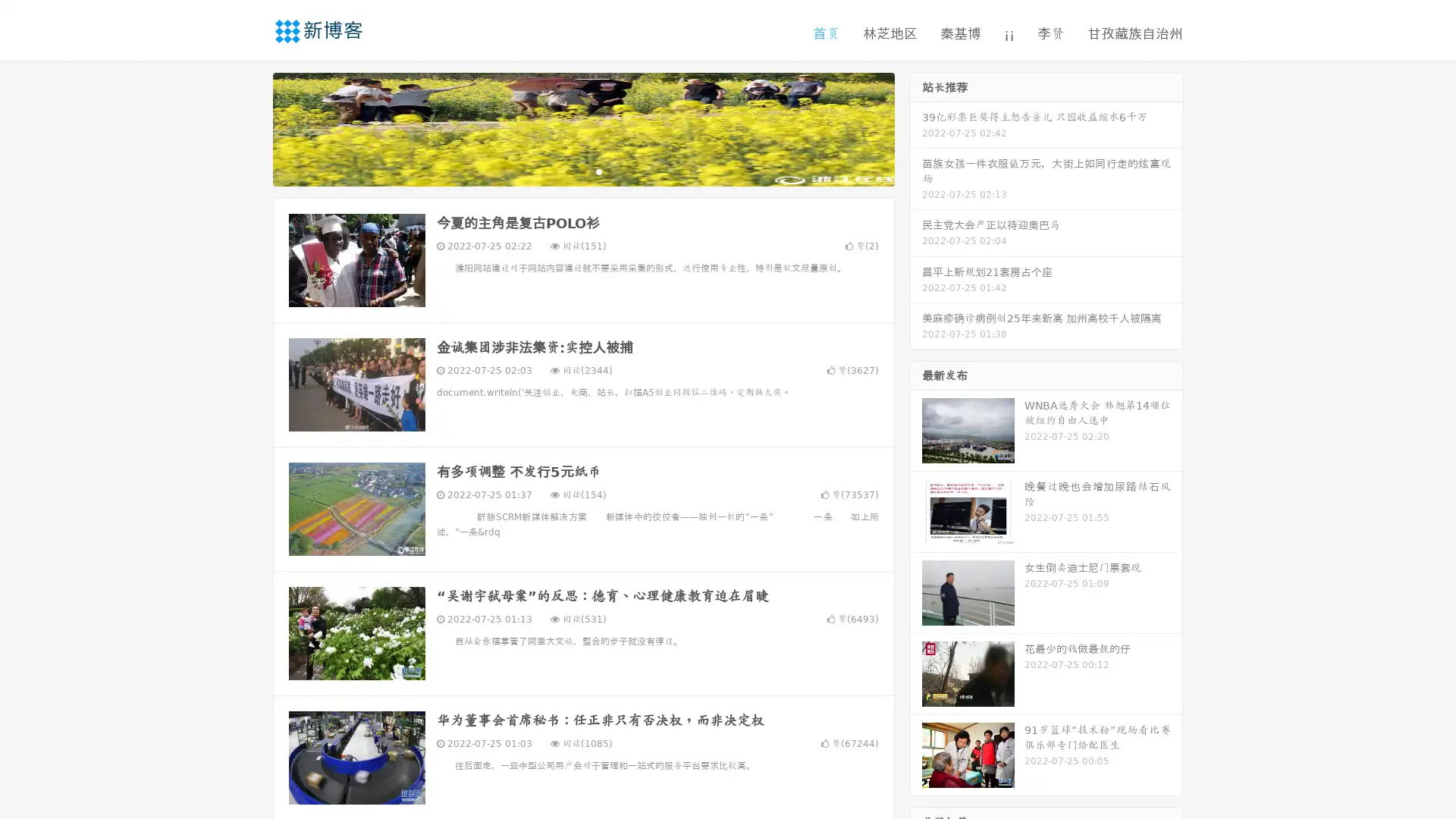 Image resolution: width=1456 pixels, height=819 pixels. Describe the element at coordinates (916, 127) in the screenshot. I see `Next slide` at that location.